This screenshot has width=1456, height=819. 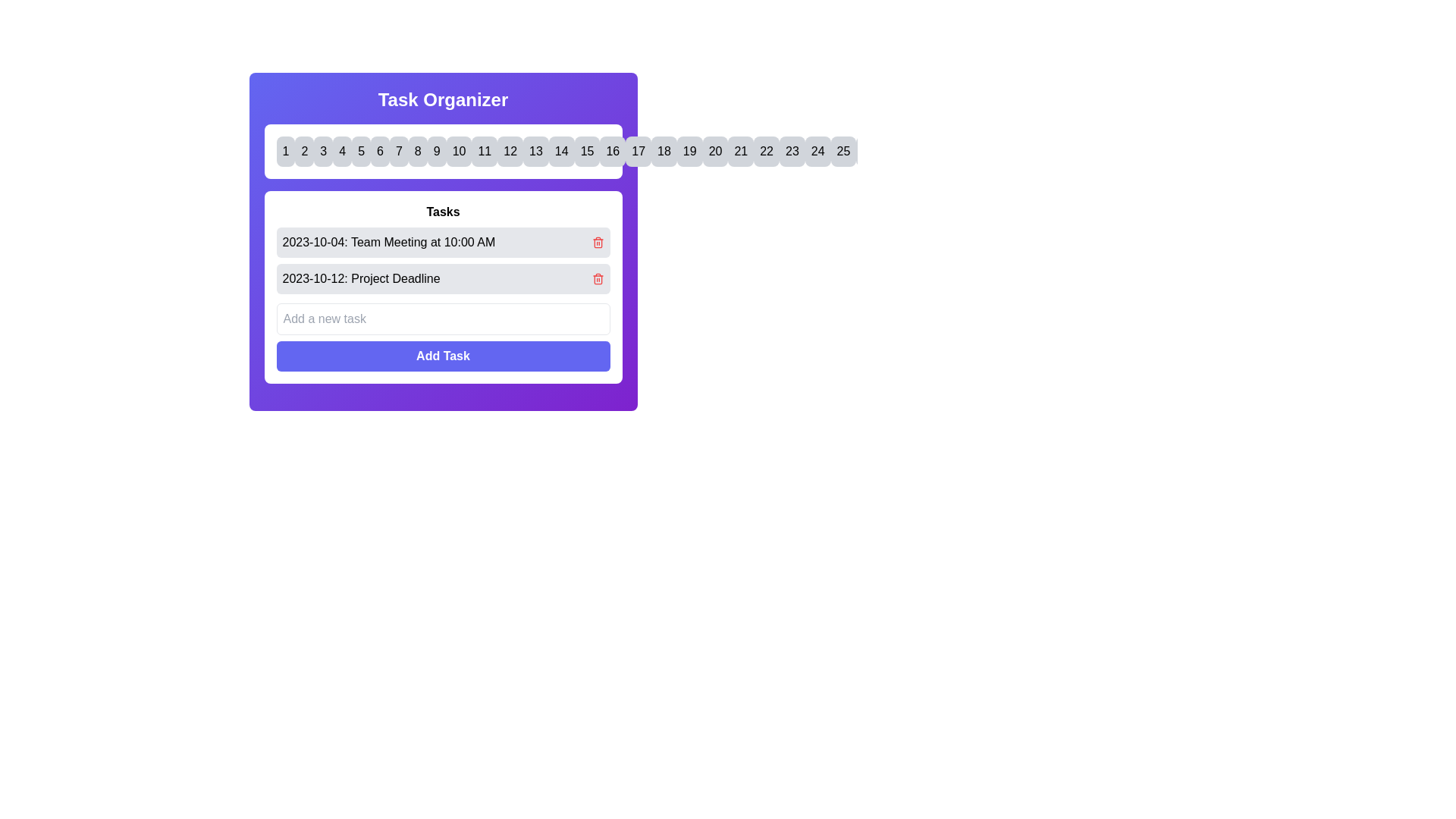 What do you see at coordinates (767, 152) in the screenshot?
I see `the button displaying the number '22' in bold black text, which is part of a grid-like sequence and located in the 22nd slot of the horizontally aligned list` at bounding box center [767, 152].